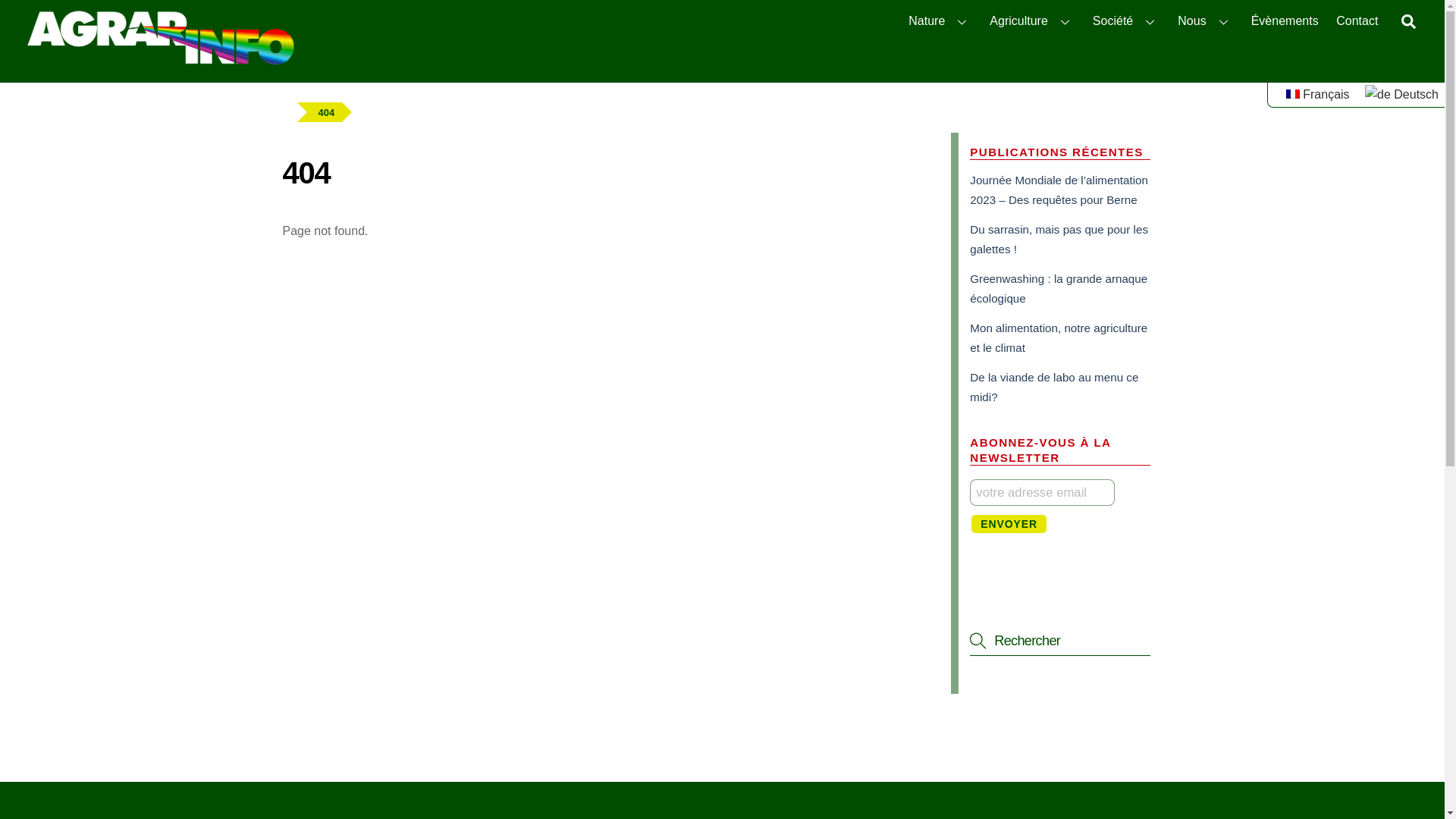 This screenshot has height=819, width=1456. I want to click on 'De la viande de labo au menu ce midi?', so click(1053, 386).